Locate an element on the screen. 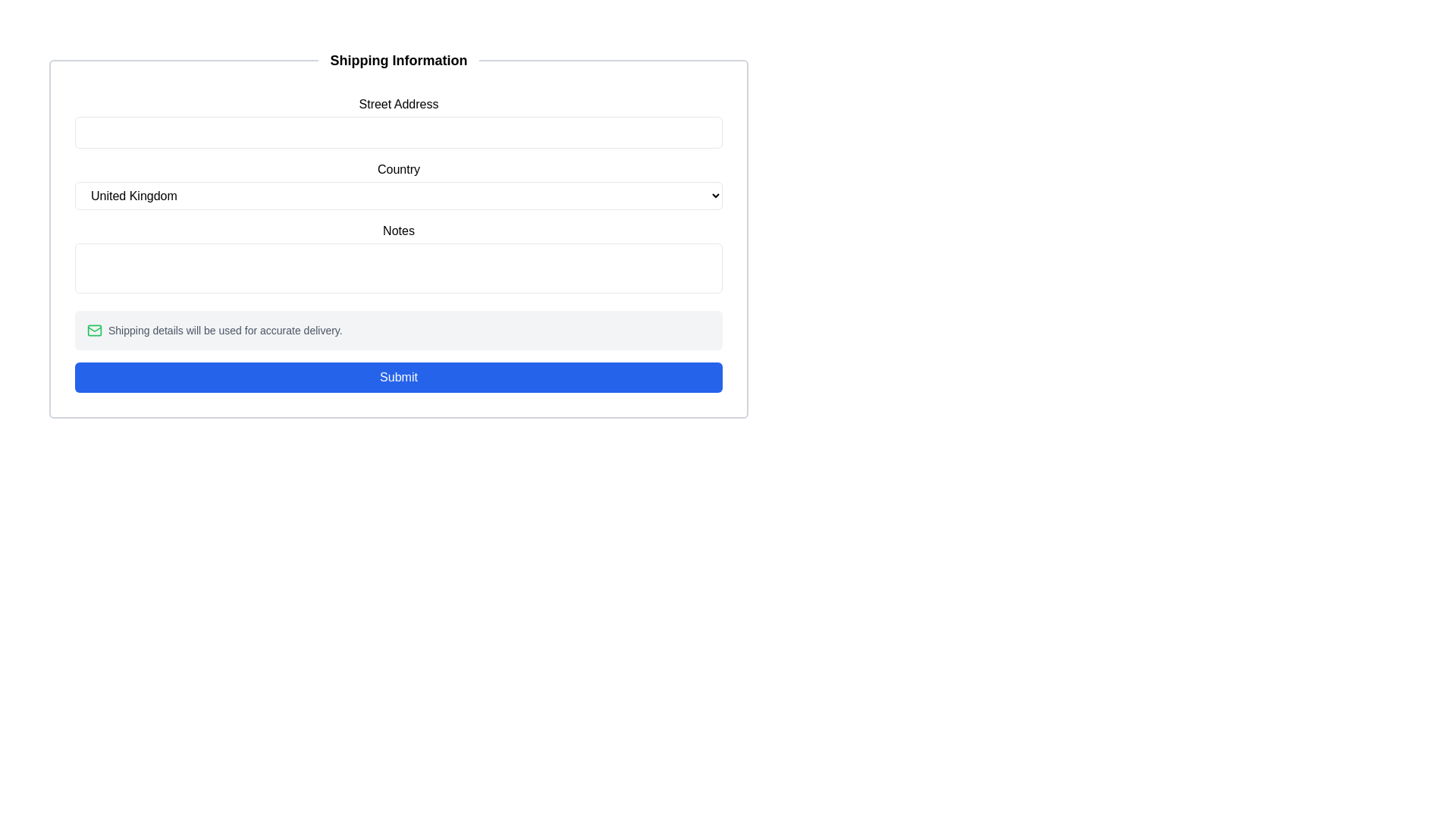  the dropdown menu displaying 'United Kingdom' to enable keyboard navigation is located at coordinates (399, 195).